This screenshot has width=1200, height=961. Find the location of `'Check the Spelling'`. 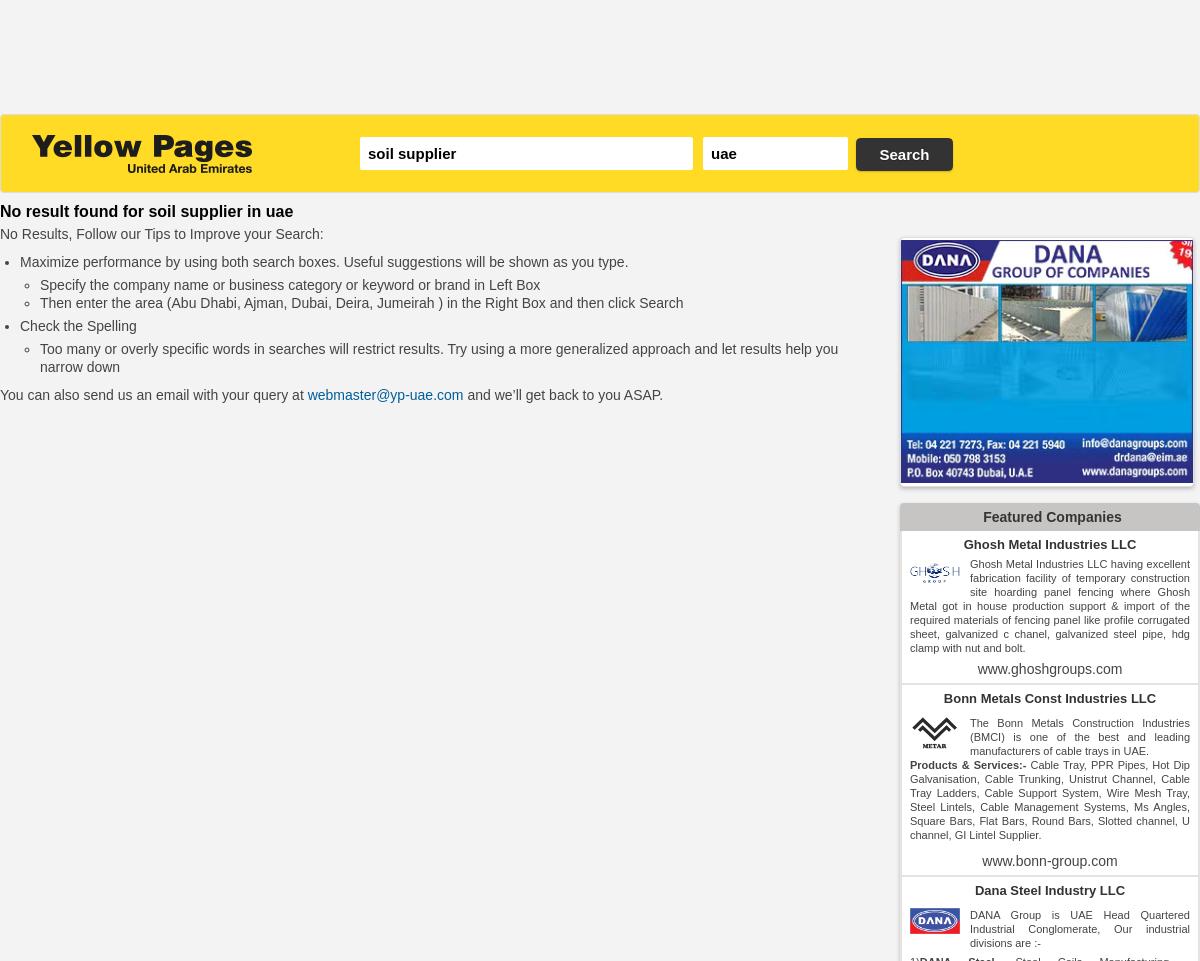

'Check the Spelling' is located at coordinates (78, 324).